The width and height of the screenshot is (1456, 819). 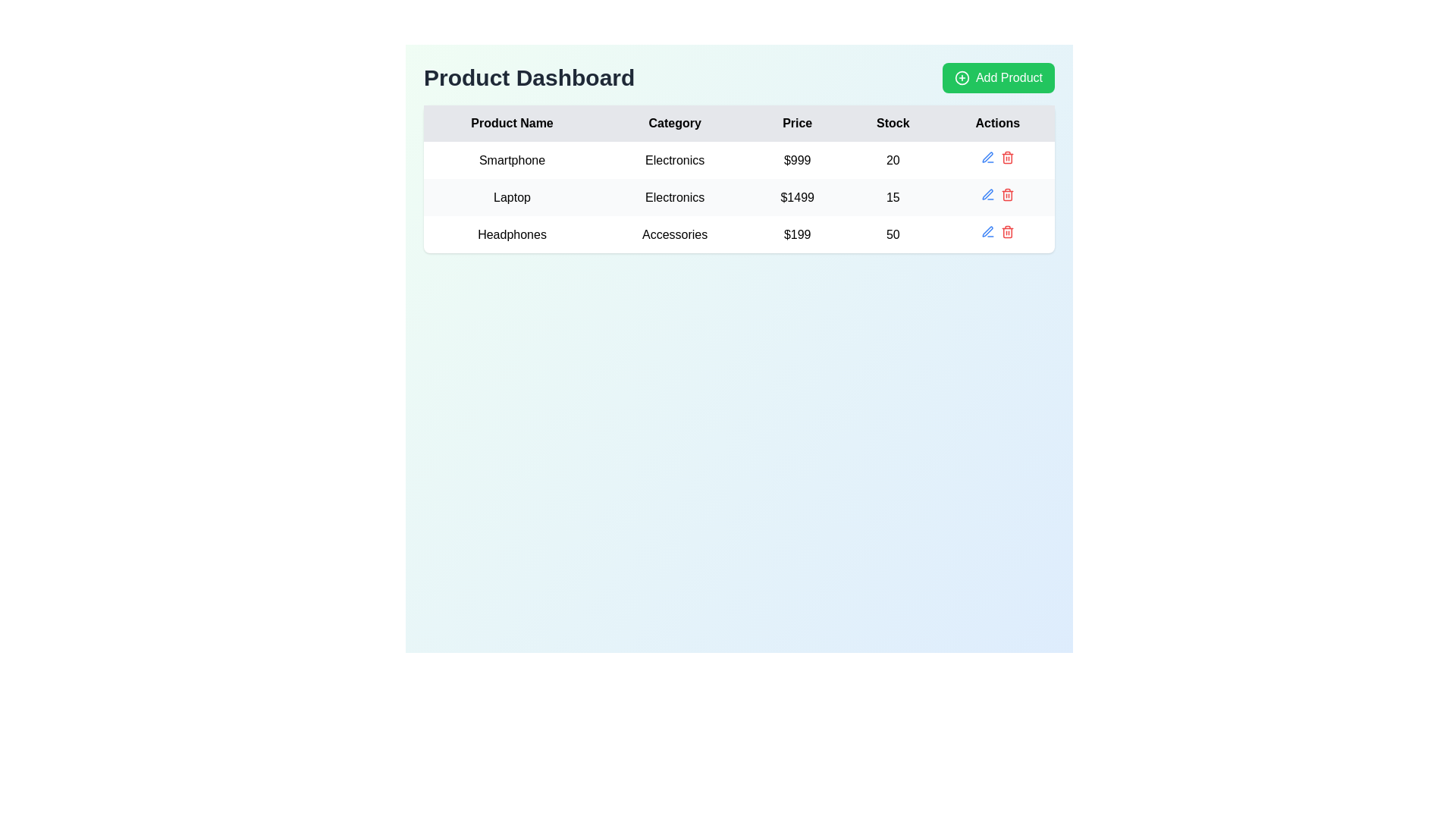 I want to click on the red trash bin icon in the 'Actions' column of the second row of the data table, so click(x=997, y=196).